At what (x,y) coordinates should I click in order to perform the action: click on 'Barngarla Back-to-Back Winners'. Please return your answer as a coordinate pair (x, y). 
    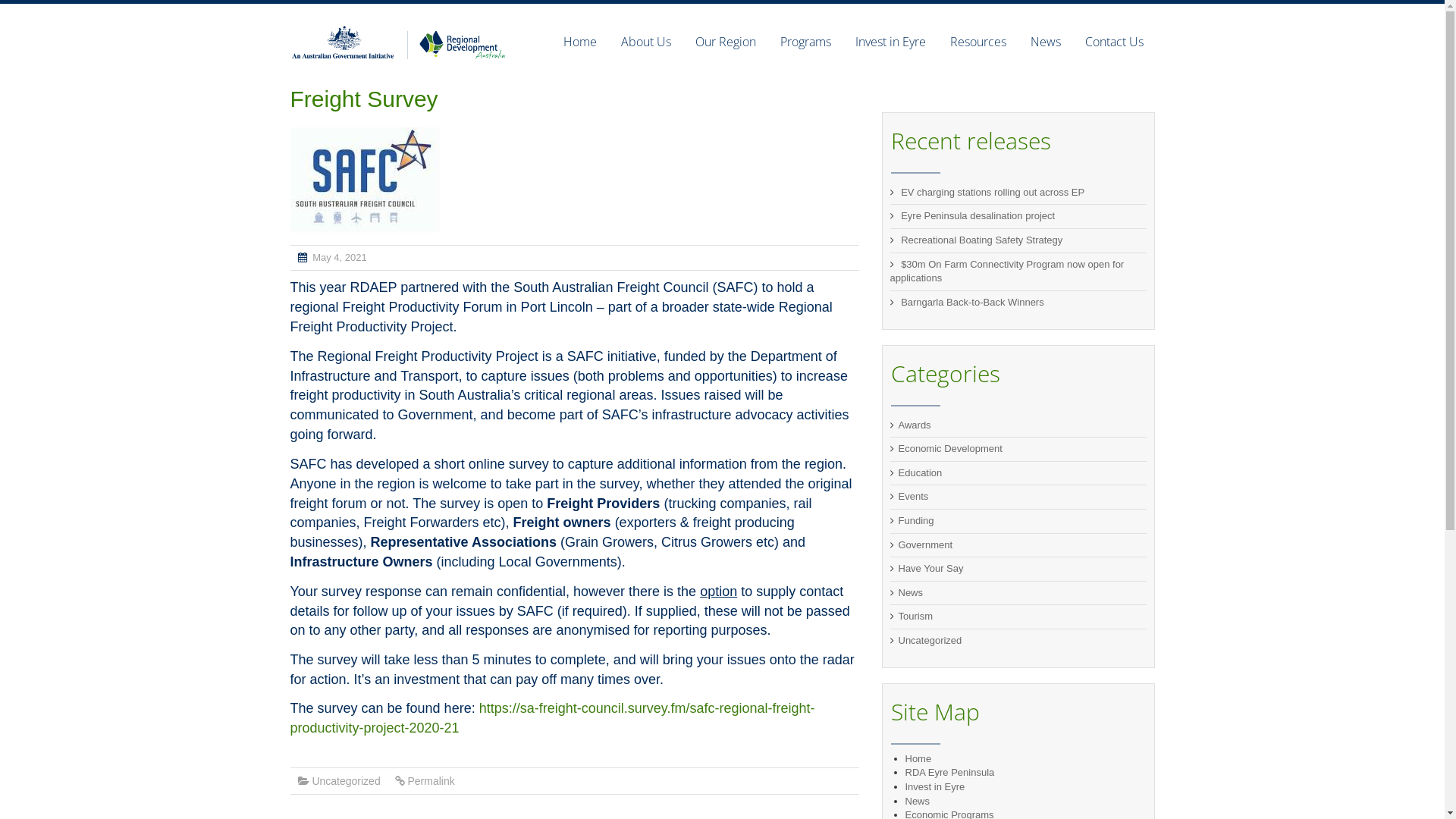
    Looking at the image, I should click on (972, 302).